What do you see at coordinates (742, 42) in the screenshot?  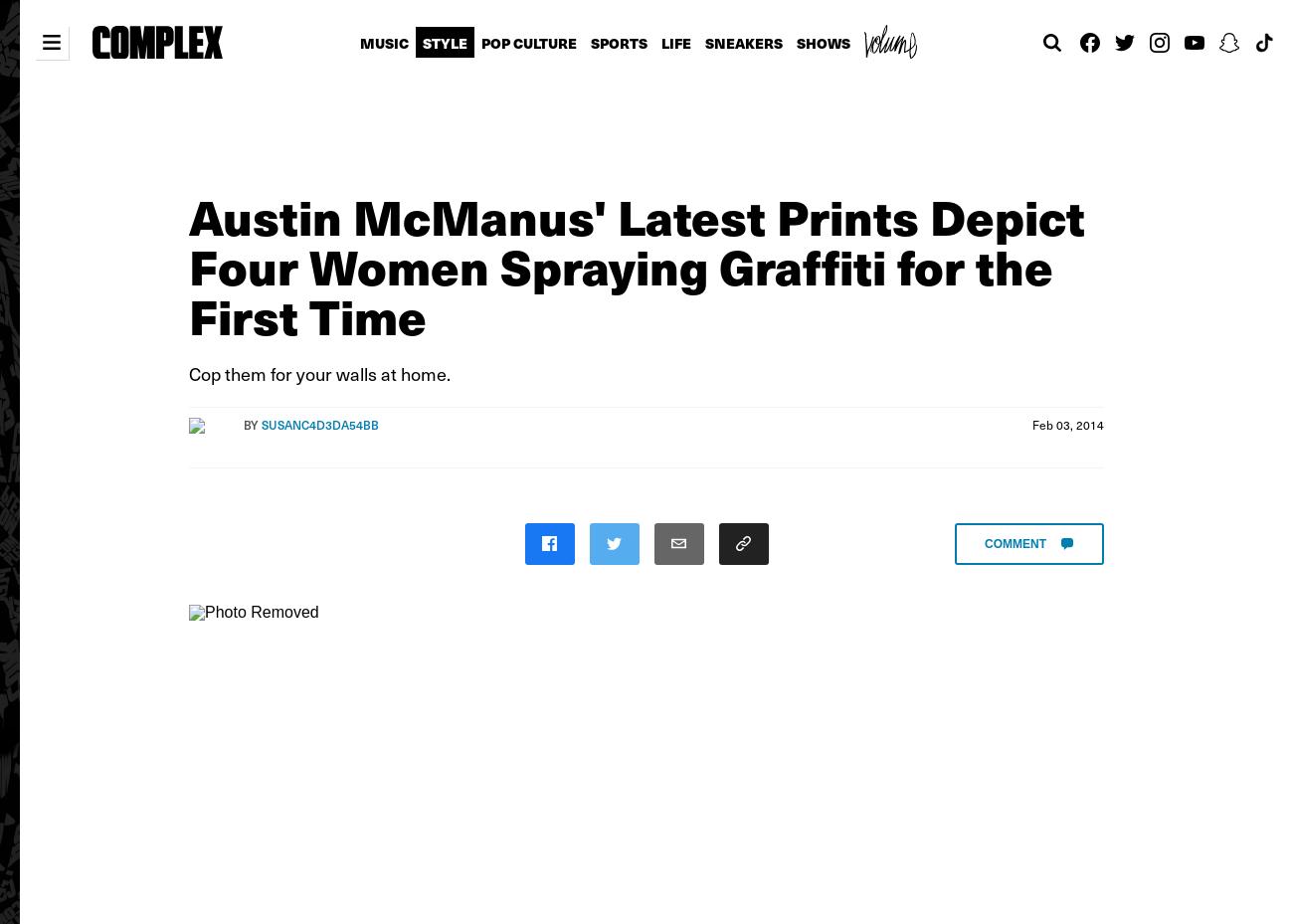 I see `'sneakers'` at bounding box center [742, 42].